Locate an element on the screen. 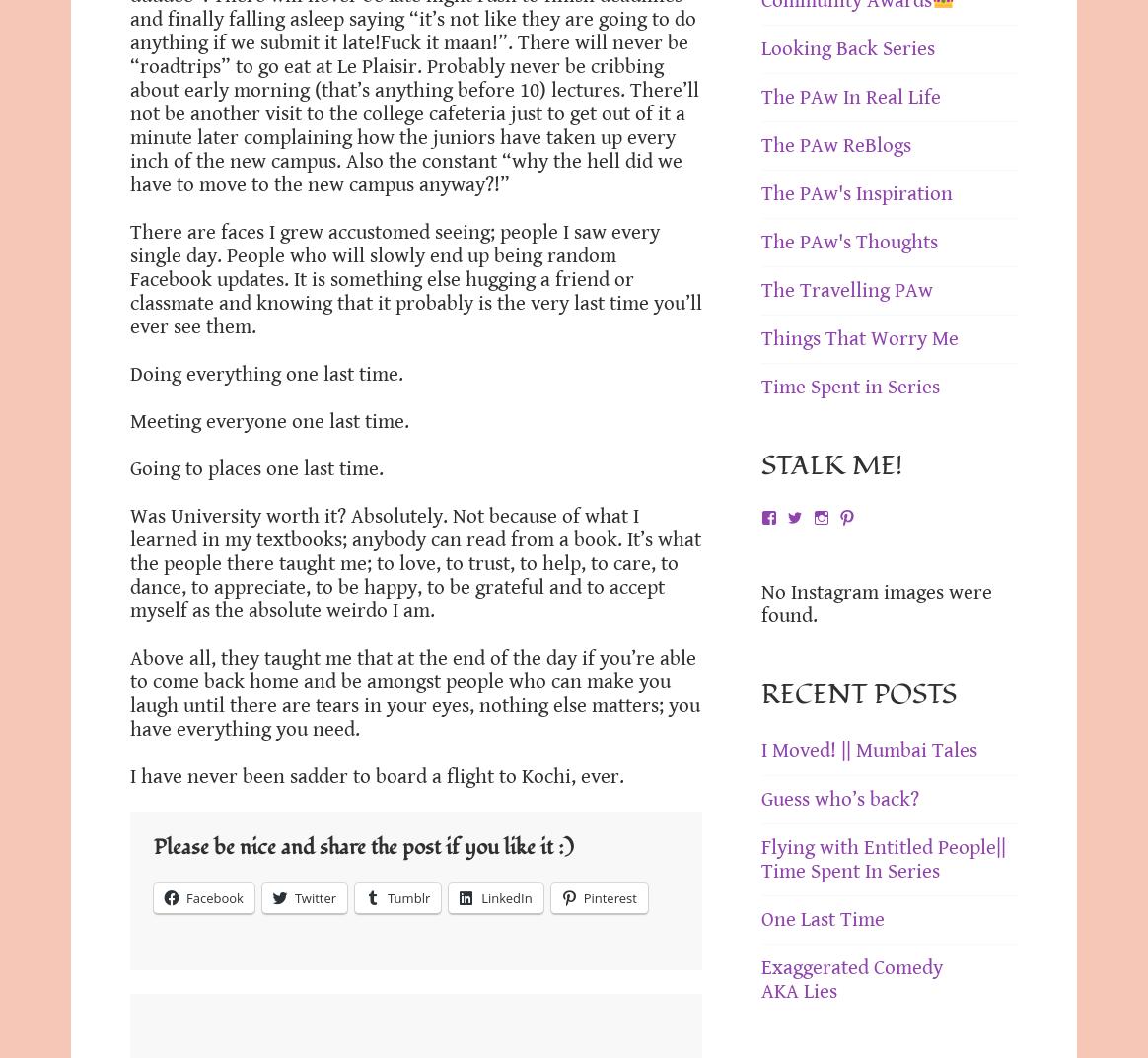  'The PAw ReBlogs' is located at coordinates (834, 144).